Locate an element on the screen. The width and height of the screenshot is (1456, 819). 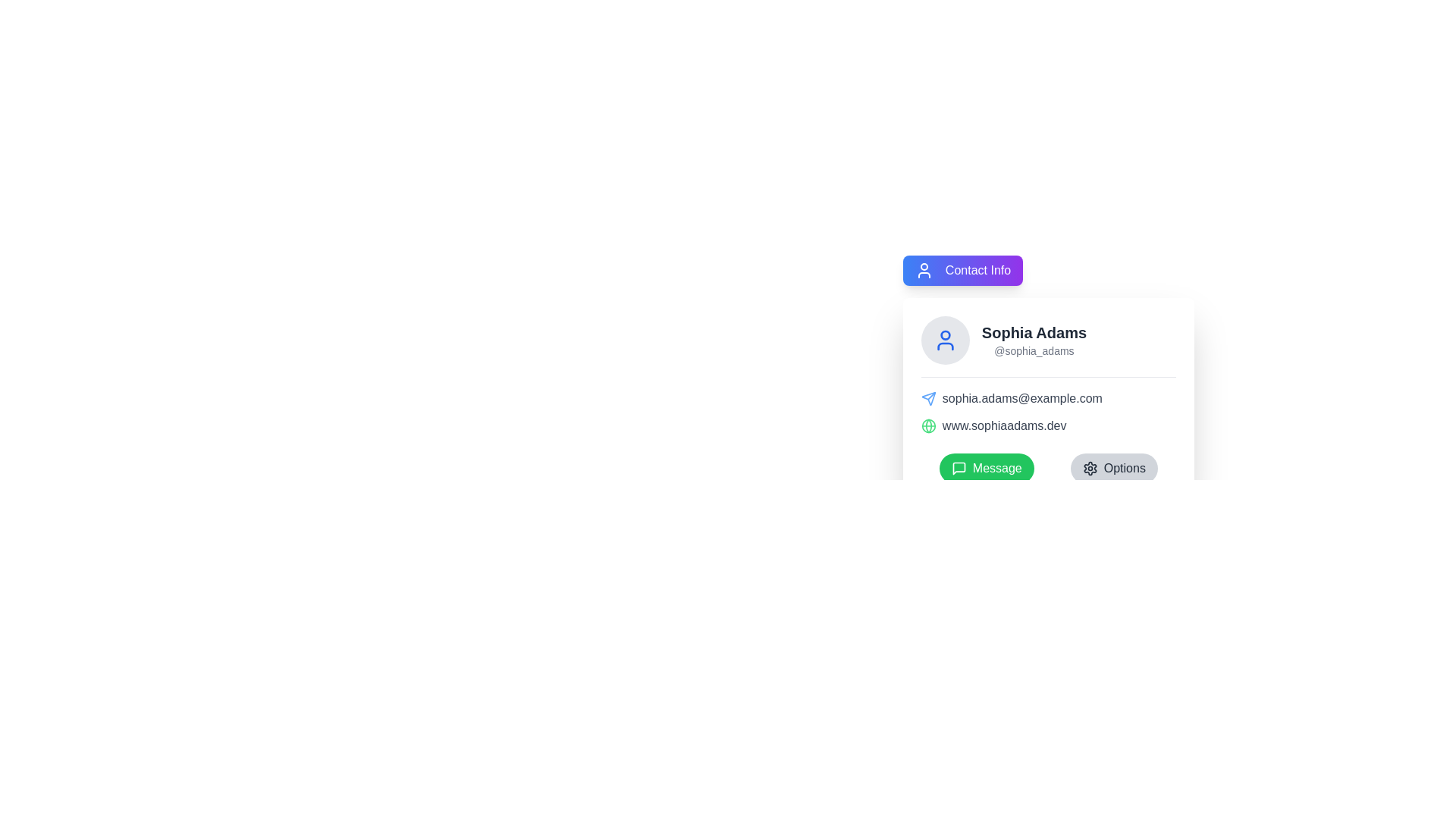
the 'Options' button, which has a gray background, black text, and a gear icon, located at the bottom of the user profile card as the second button from the left is located at coordinates (1114, 467).